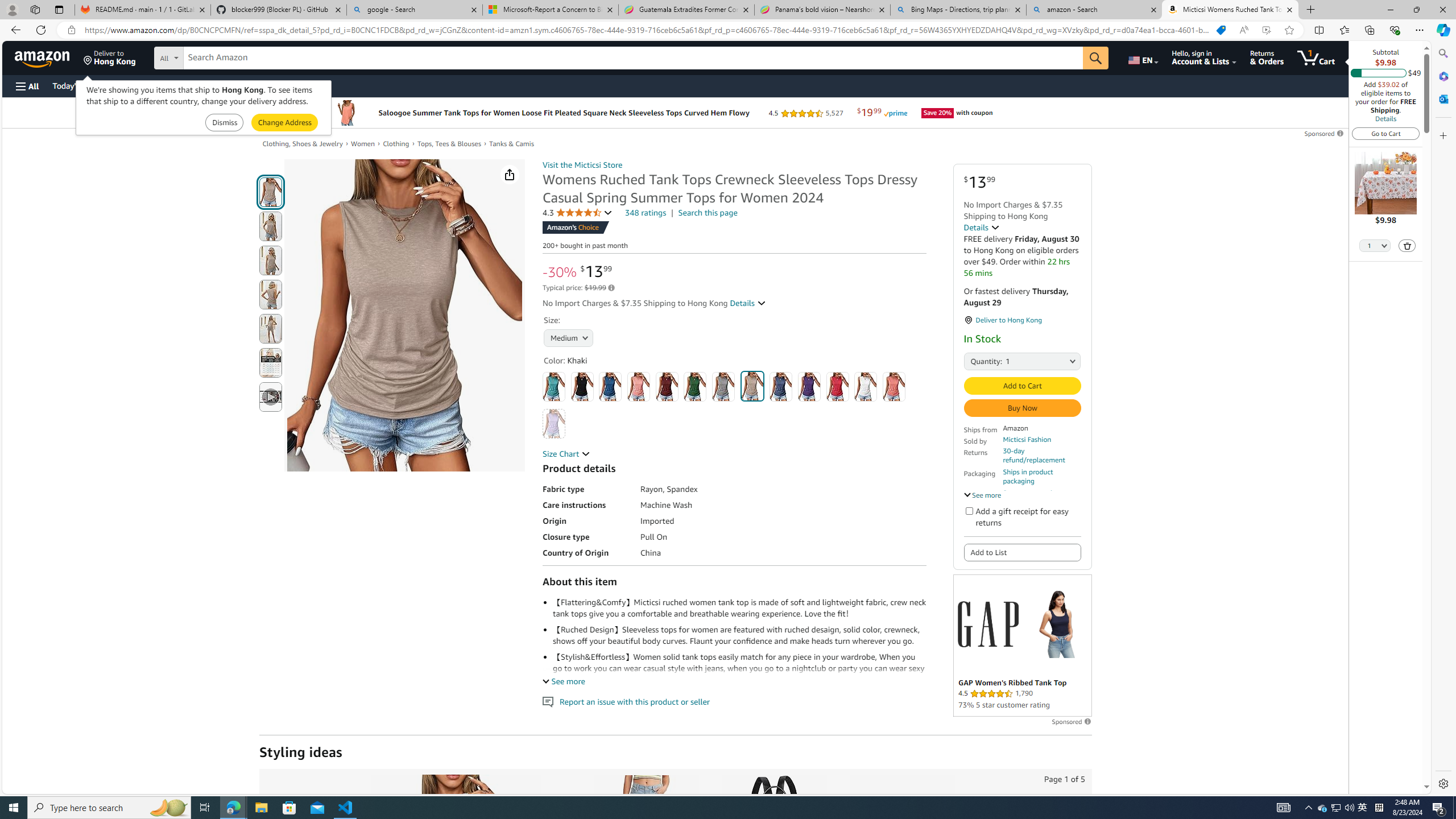  Describe the element at coordinates (511, 143) in the screenshot. I see `'Tanks & Camis'` at that location.